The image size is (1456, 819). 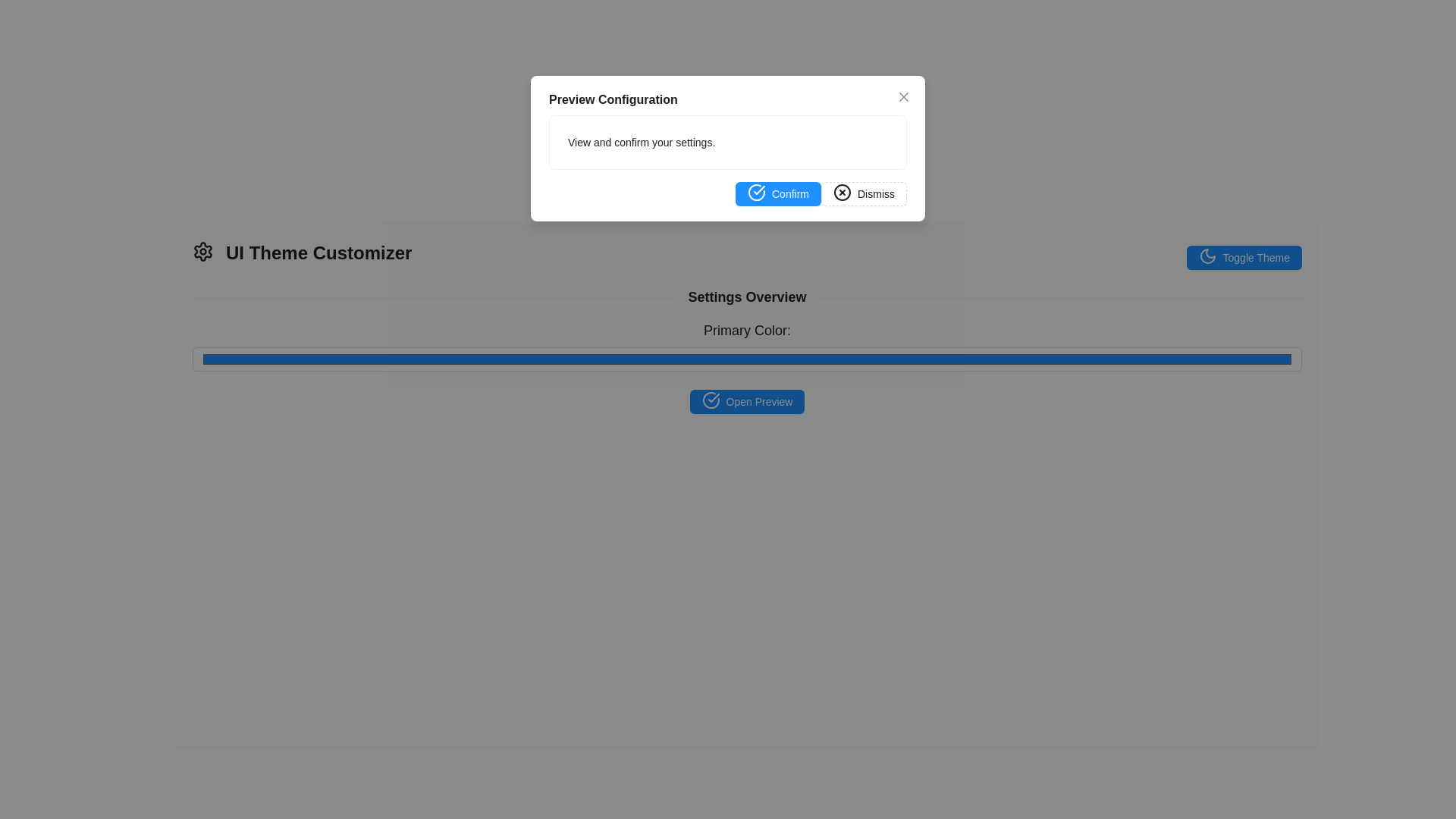 I want to click on the 'Open Preview' text label located inside the button at the bottom center of the interface to see context options, so click(x=759, y=400).